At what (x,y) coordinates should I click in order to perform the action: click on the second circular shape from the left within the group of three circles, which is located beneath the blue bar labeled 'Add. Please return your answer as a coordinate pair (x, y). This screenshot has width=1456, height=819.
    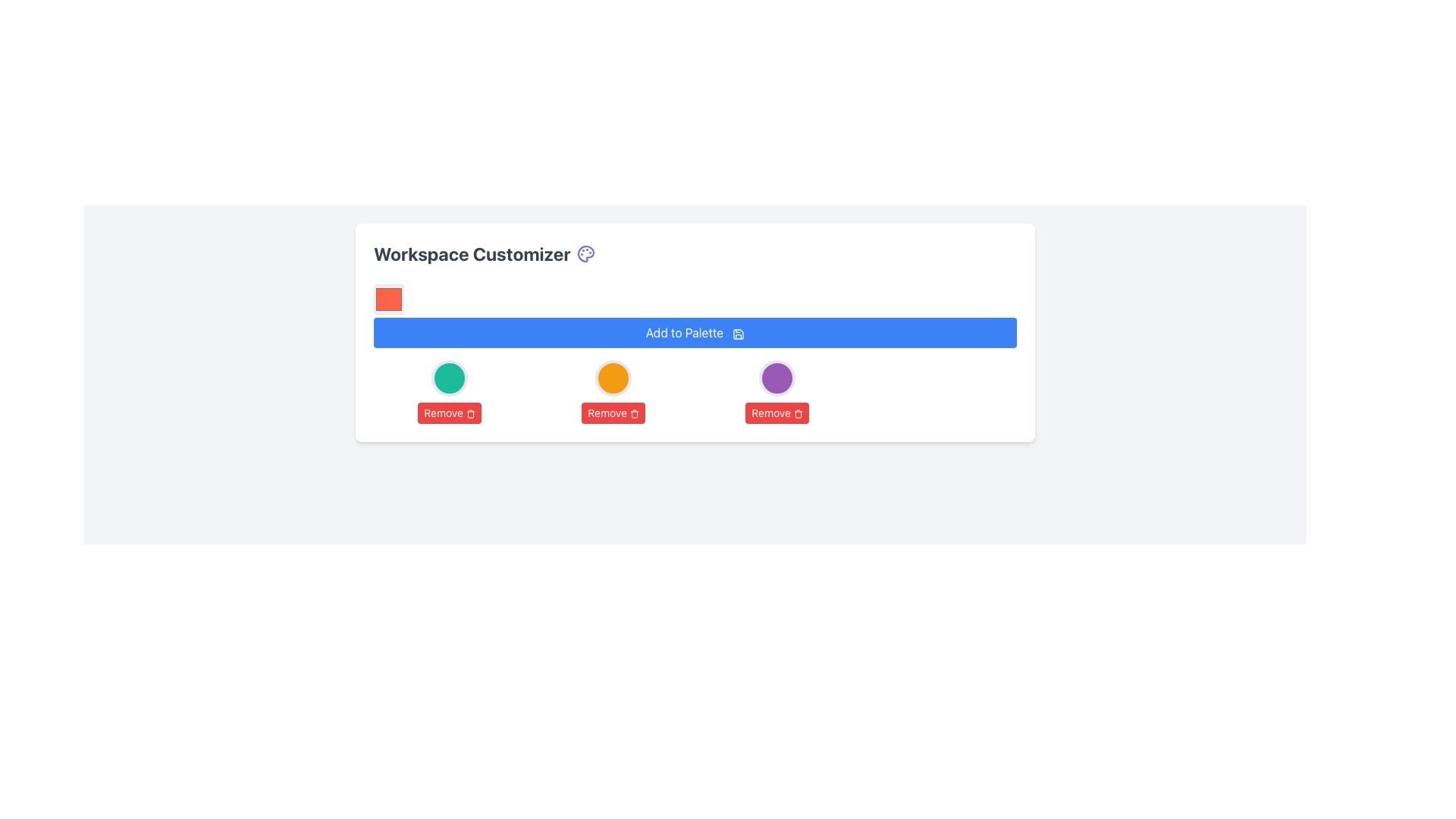
    Looking at the image, I should click on (613, 377).